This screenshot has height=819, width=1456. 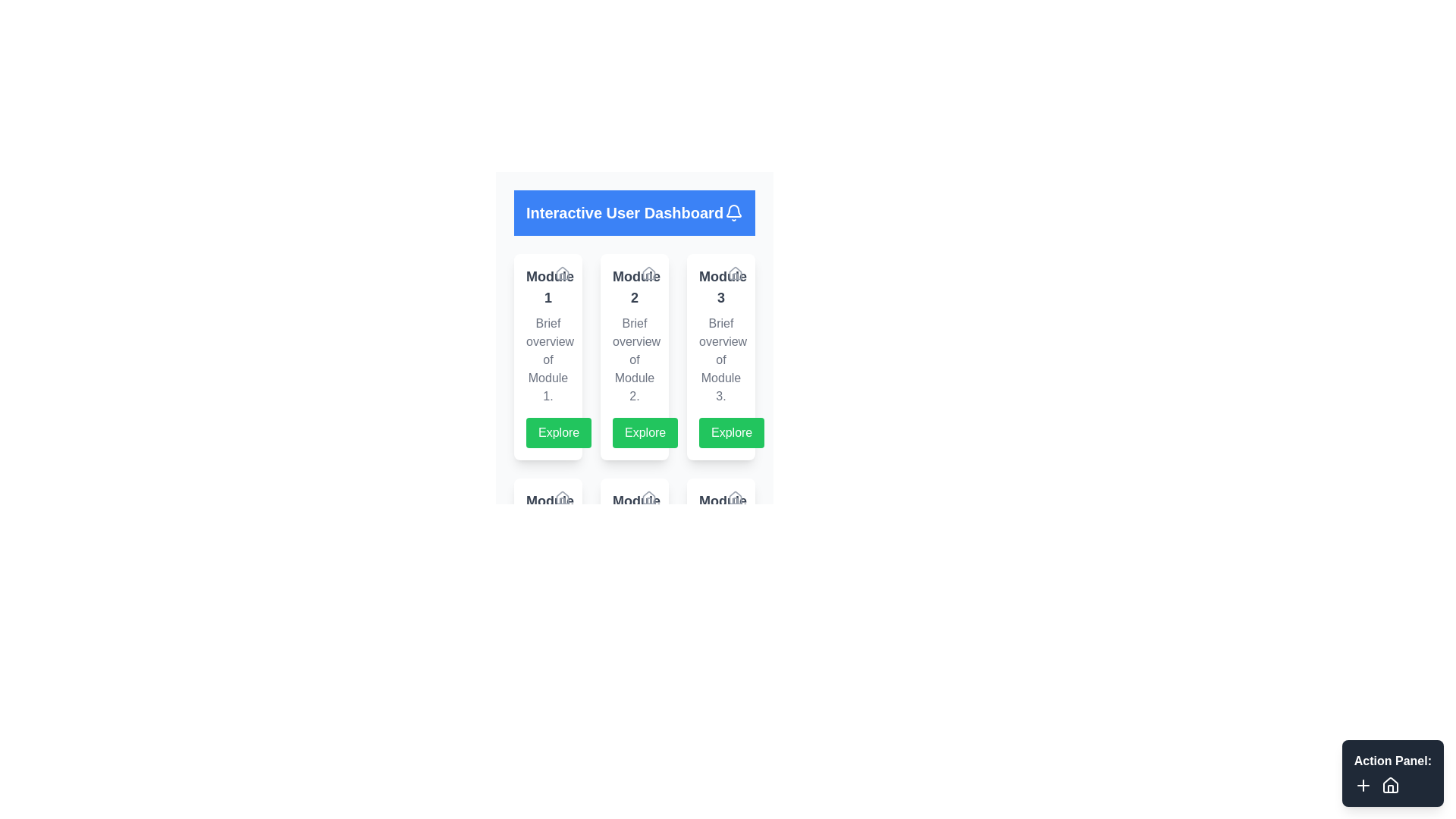 What do you see at coordinates (1392, 773) in the screenshot?
I see `the dark gray action panel located at the bottom-right corner of the interface, which contains the text 'Action Panel:' and two icons (plus sign and house icon)` at bounding box center [1392, 773].